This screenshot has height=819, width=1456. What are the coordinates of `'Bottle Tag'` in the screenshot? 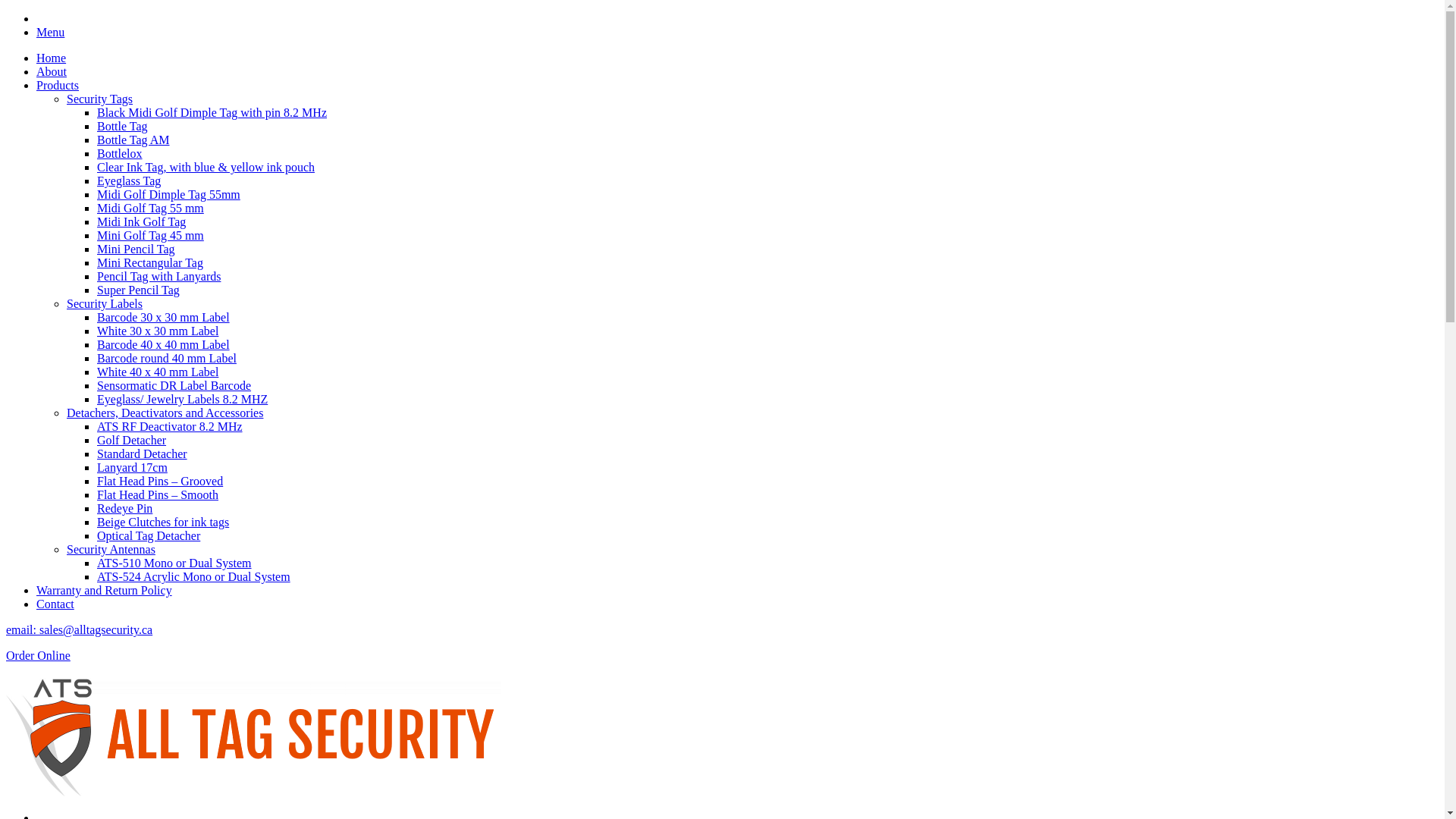 It's located at (122, 125).